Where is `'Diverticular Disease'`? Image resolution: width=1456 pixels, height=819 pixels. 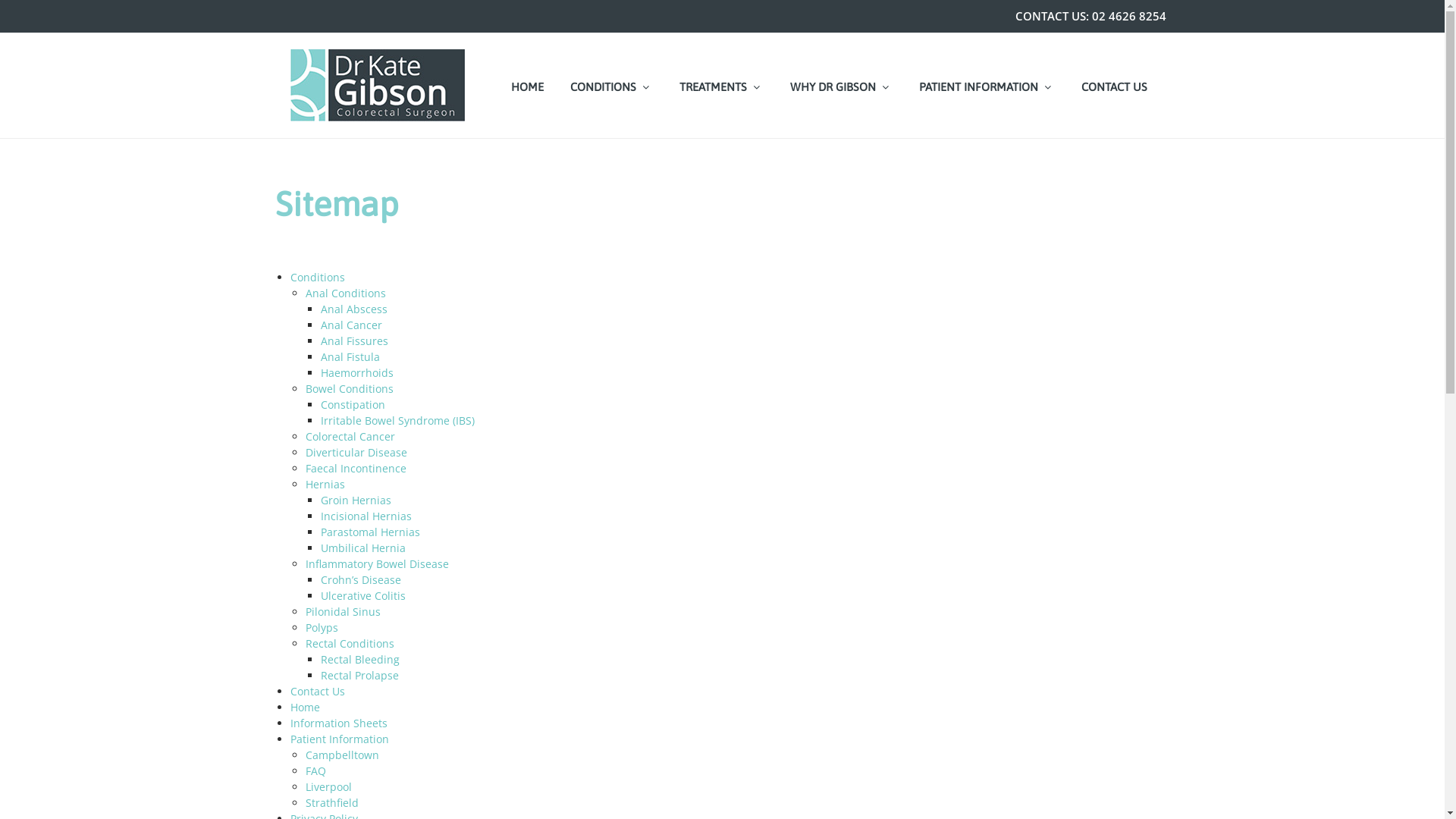
'Diverticular Disease' is located at coordinates (355, 451).